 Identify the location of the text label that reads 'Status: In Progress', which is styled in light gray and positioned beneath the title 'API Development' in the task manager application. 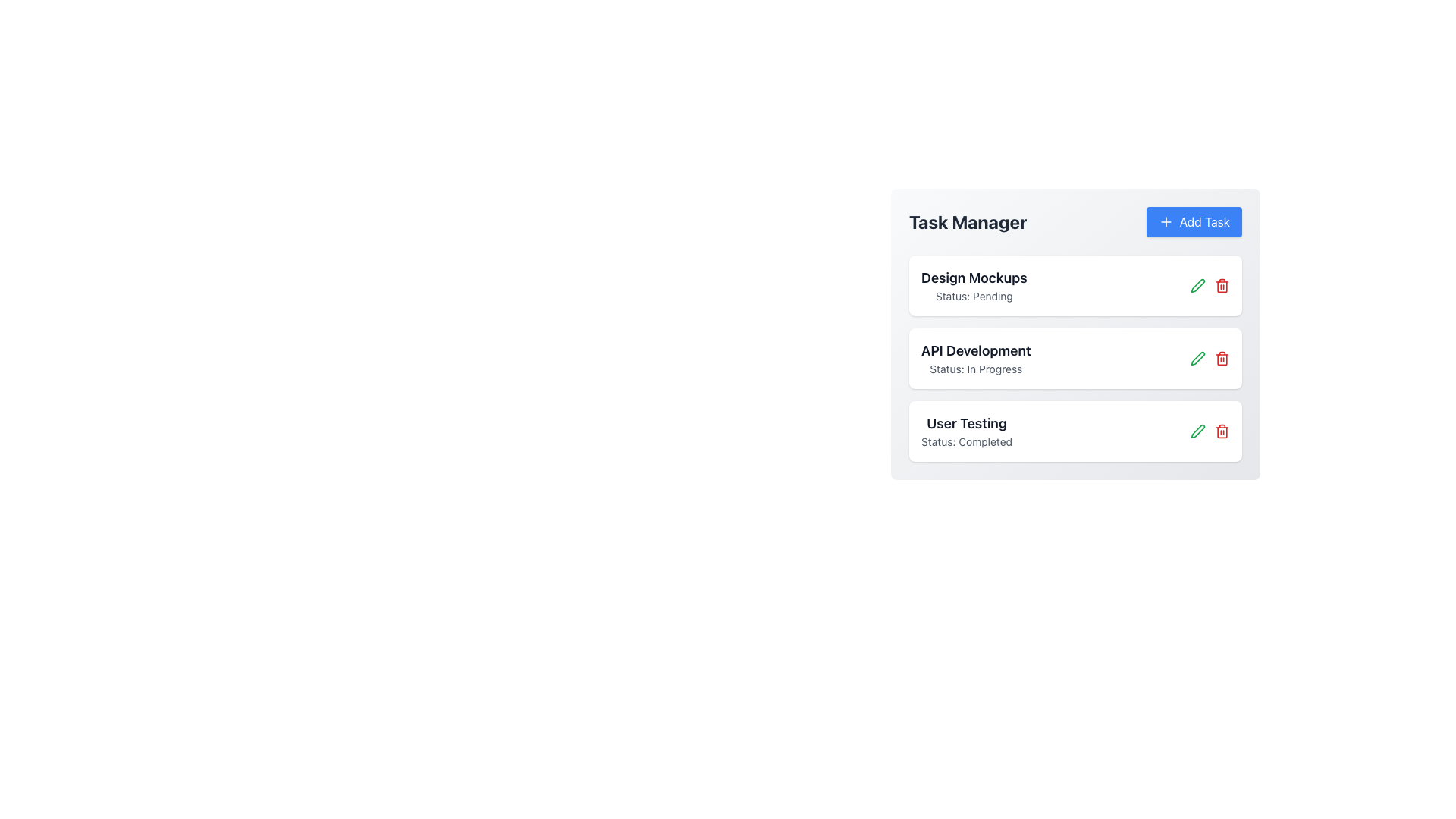
(976, 369).